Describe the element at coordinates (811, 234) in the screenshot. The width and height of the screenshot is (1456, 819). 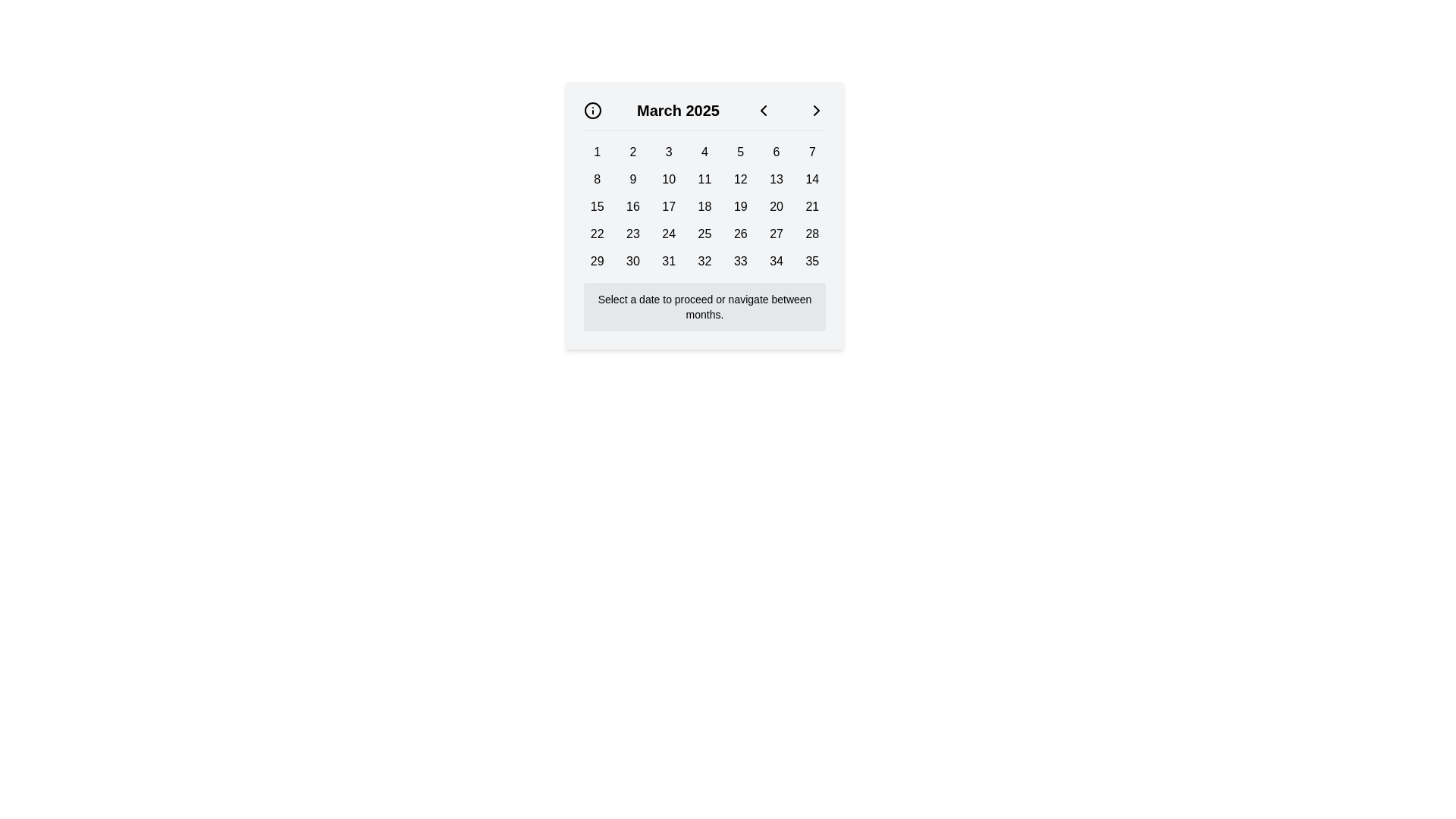
I see `the button displaying the number '28'` at that location.